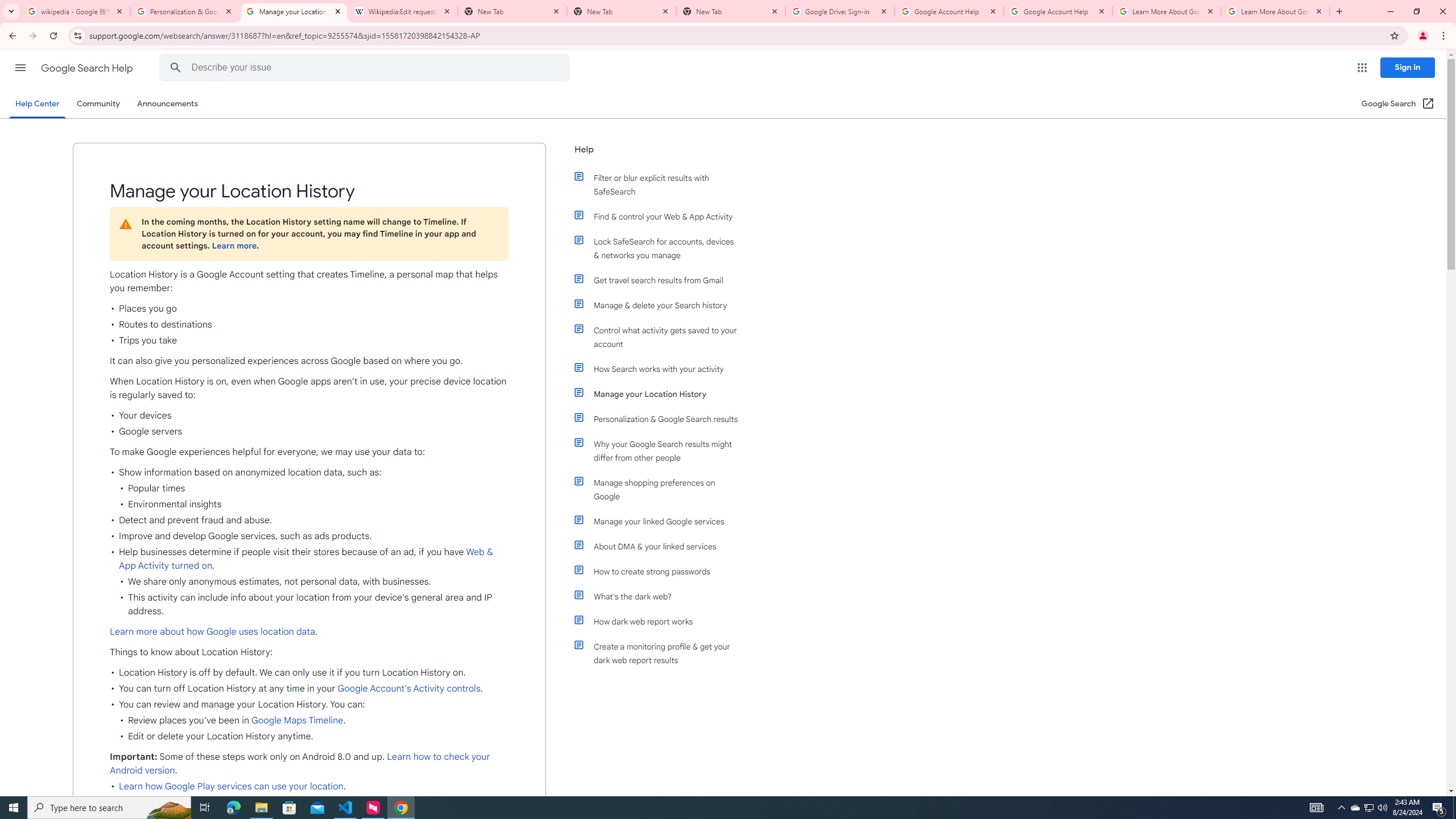  I want to click on 'Lock SafeSearch for accounts, devices & networks you manage', so click(661, 248).